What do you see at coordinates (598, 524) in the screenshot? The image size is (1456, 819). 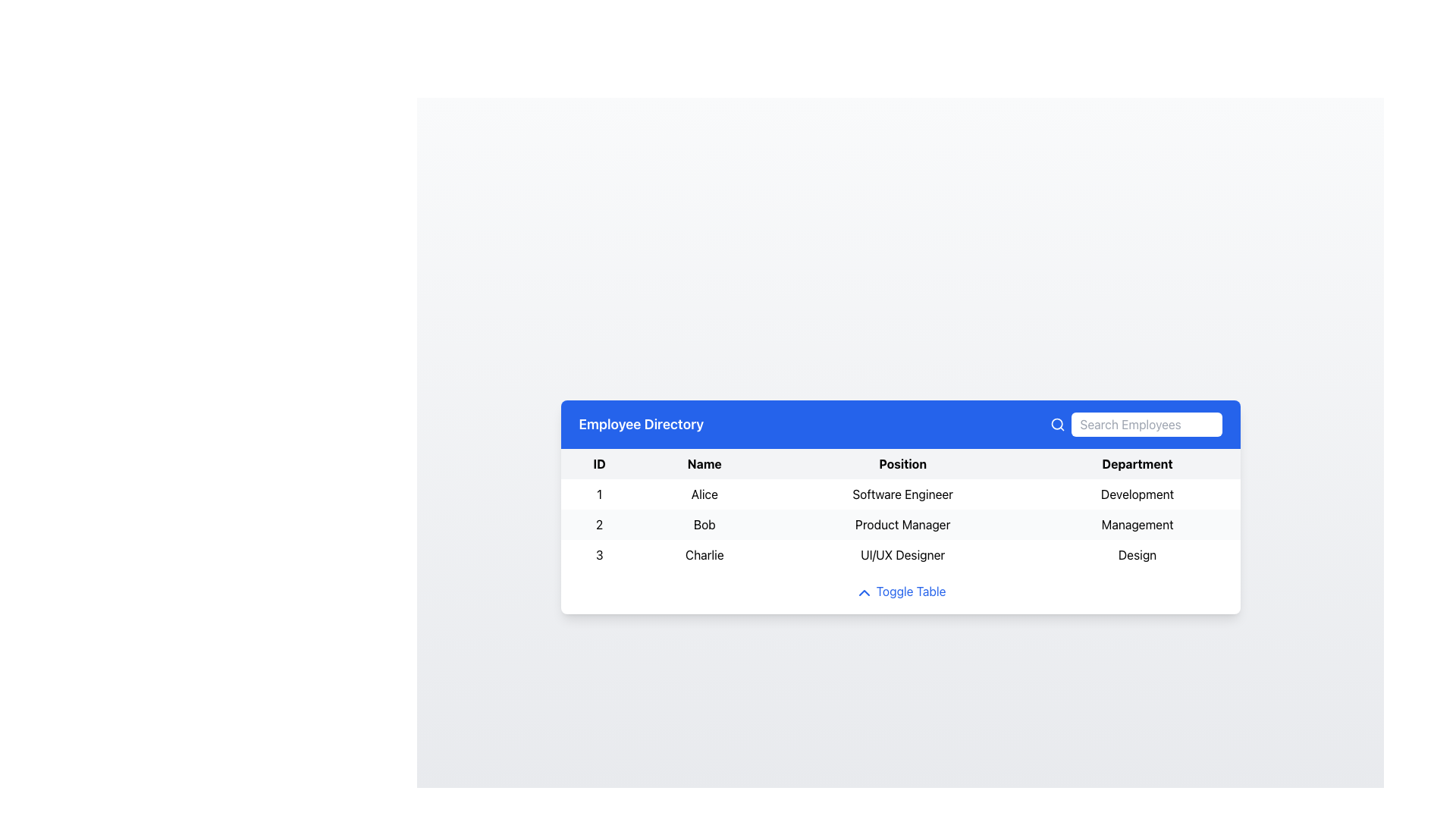 I see `the numeral '2' in the first column of the second row in the employee details table` at bounding box center [598, 524].